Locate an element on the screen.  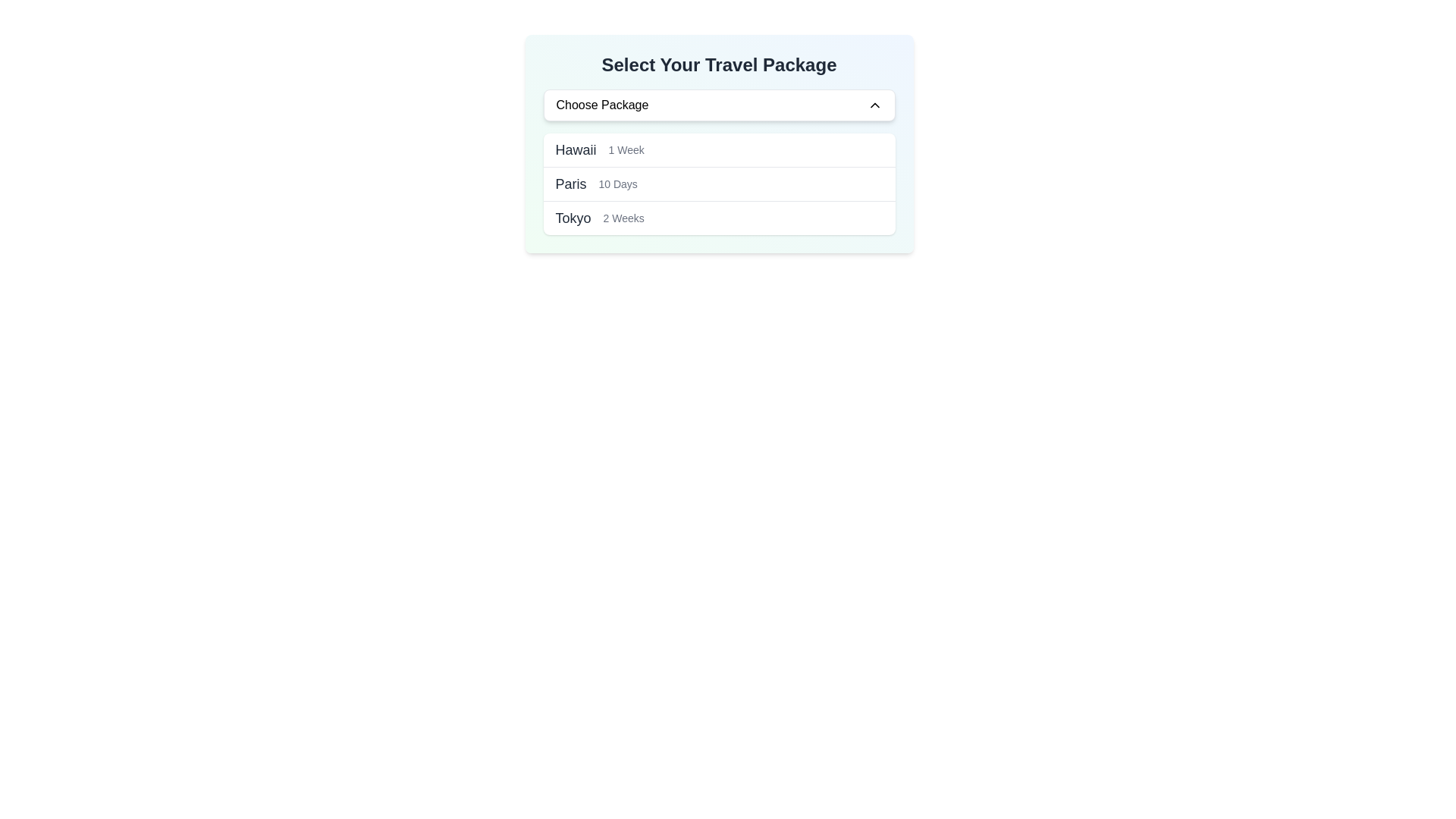
the text label 'Tokyo' is located at coordinates (572, 218).